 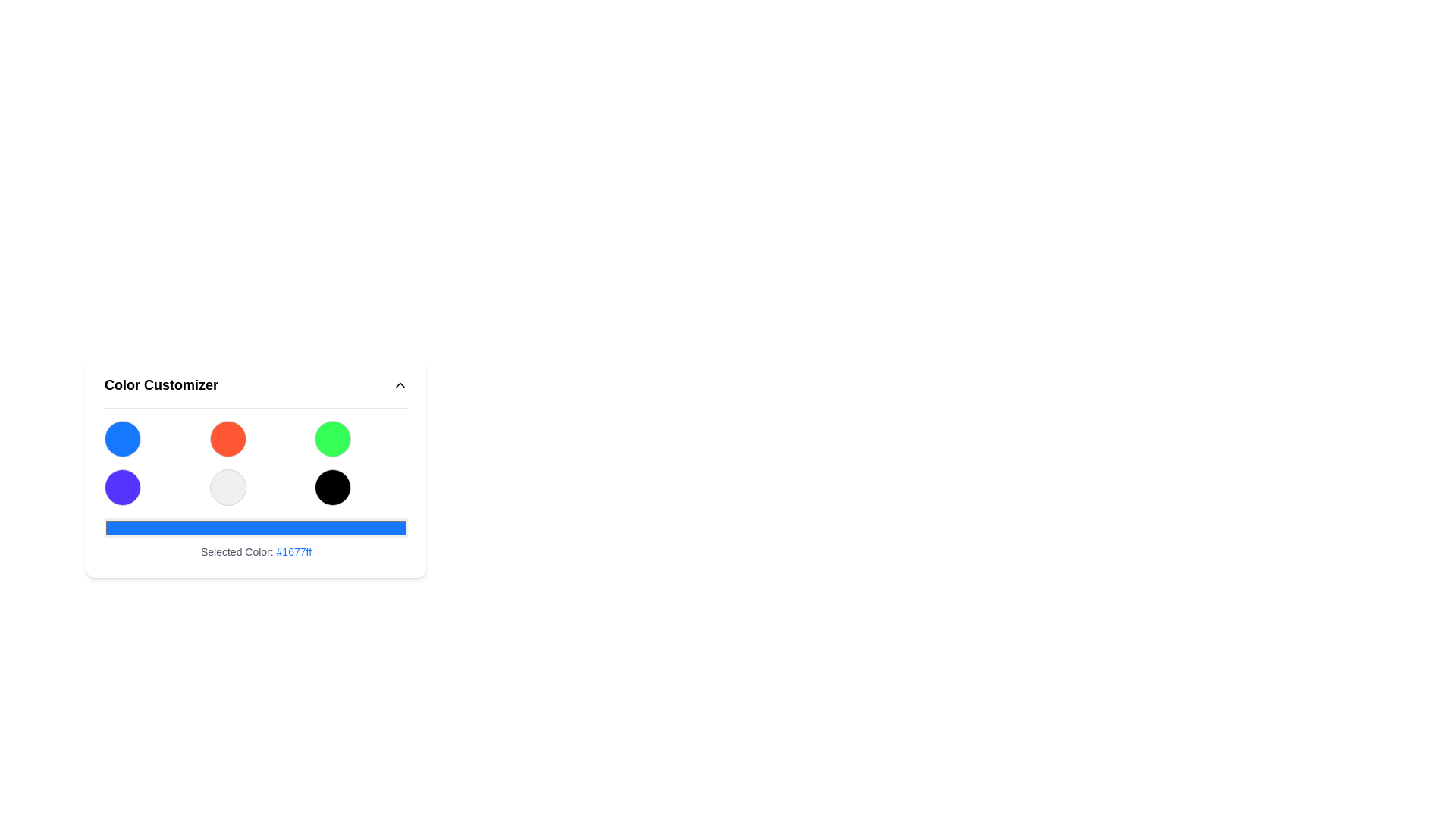 What do you see at coordinates (293, 552) in the screenshot?
I see `the static text element that displays the currently selected color's code in hexadecimal format, located at the end of the text 'Selected Color: #1677ff'` at bounding box center [293, 552].